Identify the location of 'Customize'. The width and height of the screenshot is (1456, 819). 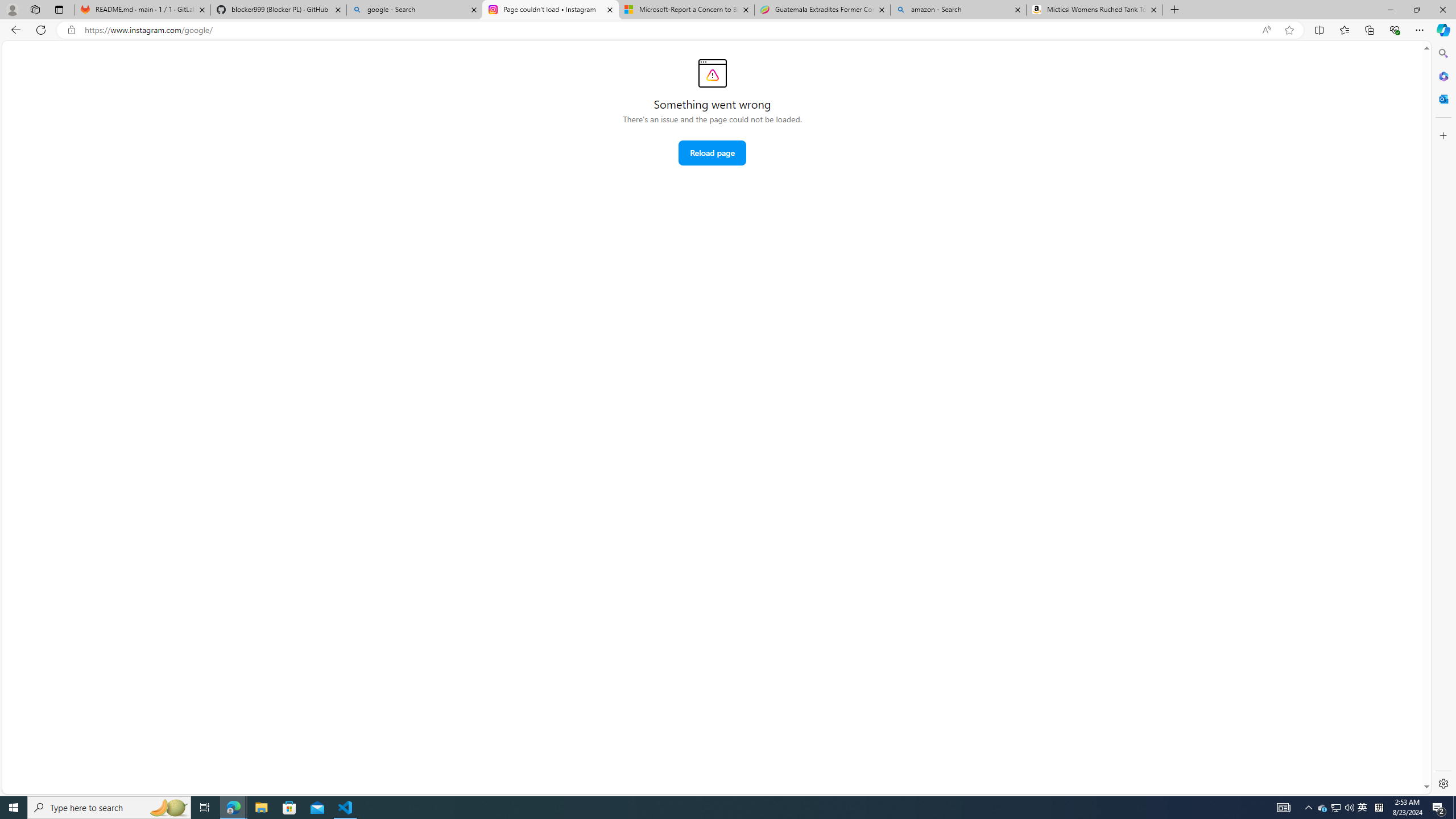
(1442, 135).